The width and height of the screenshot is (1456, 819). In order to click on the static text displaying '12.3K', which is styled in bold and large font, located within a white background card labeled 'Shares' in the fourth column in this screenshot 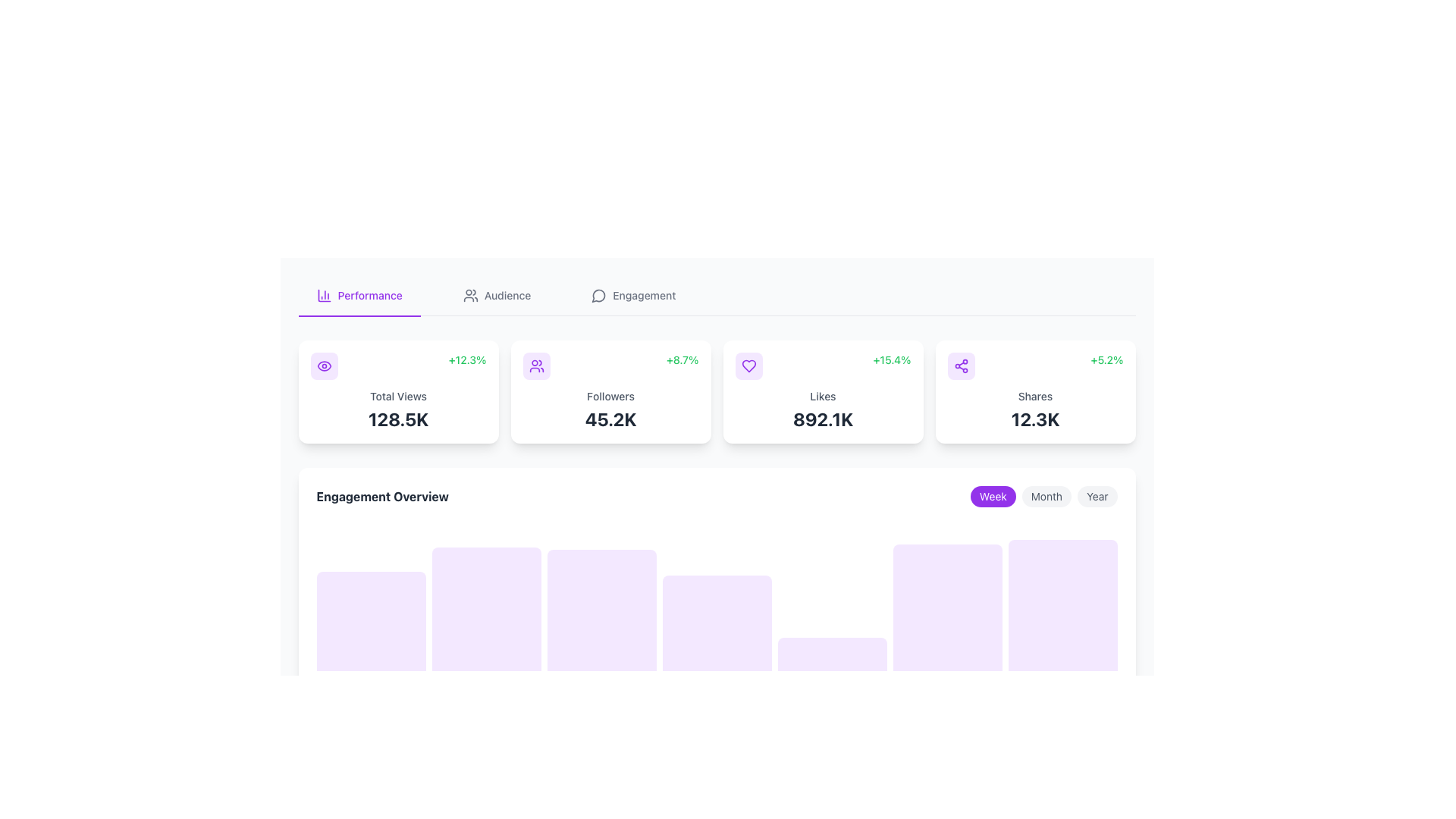, I will do `click(1034, 419)`.